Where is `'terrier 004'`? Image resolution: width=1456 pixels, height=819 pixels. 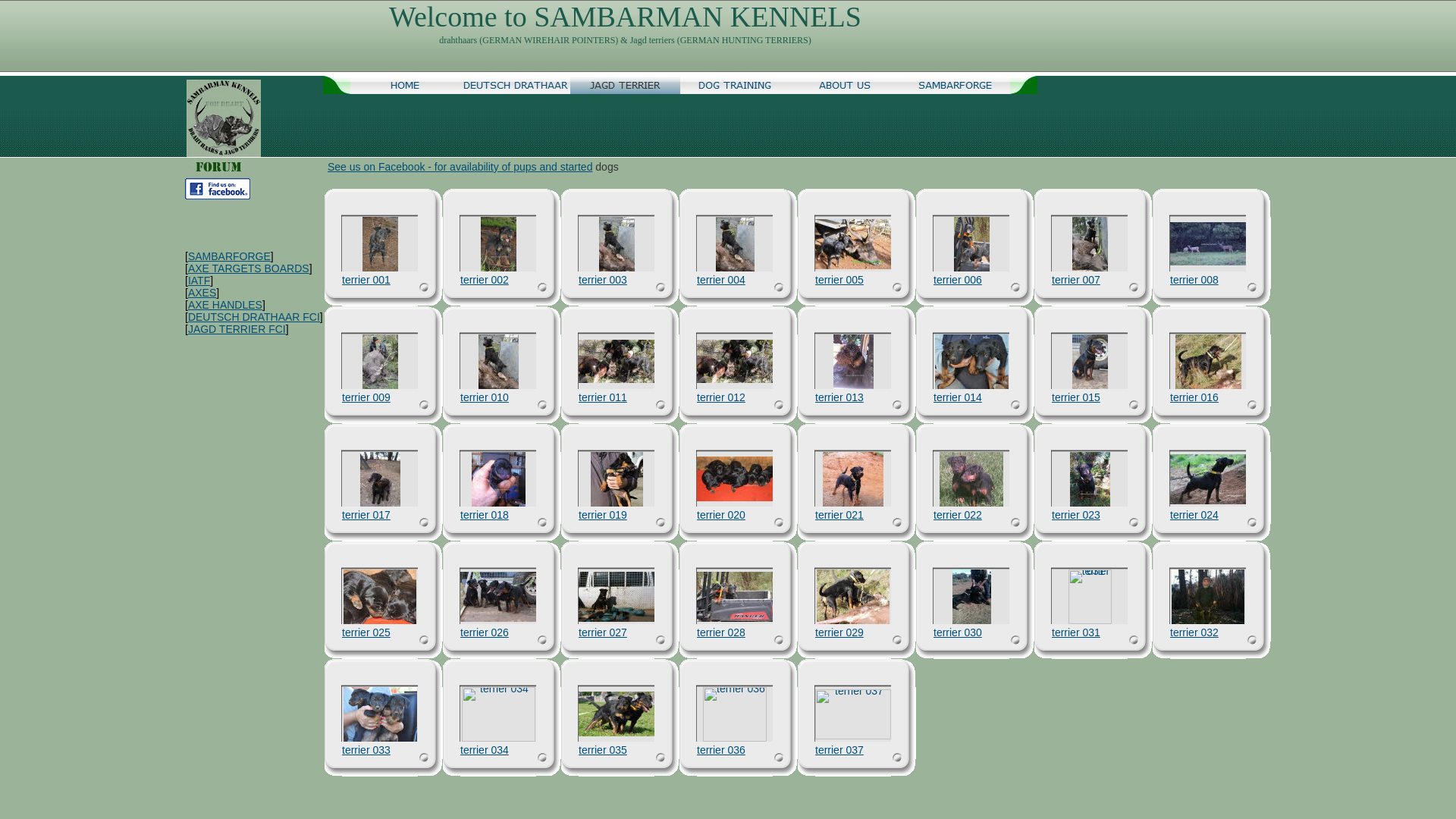
'terrier 004' is located at coordinates (720, 280).